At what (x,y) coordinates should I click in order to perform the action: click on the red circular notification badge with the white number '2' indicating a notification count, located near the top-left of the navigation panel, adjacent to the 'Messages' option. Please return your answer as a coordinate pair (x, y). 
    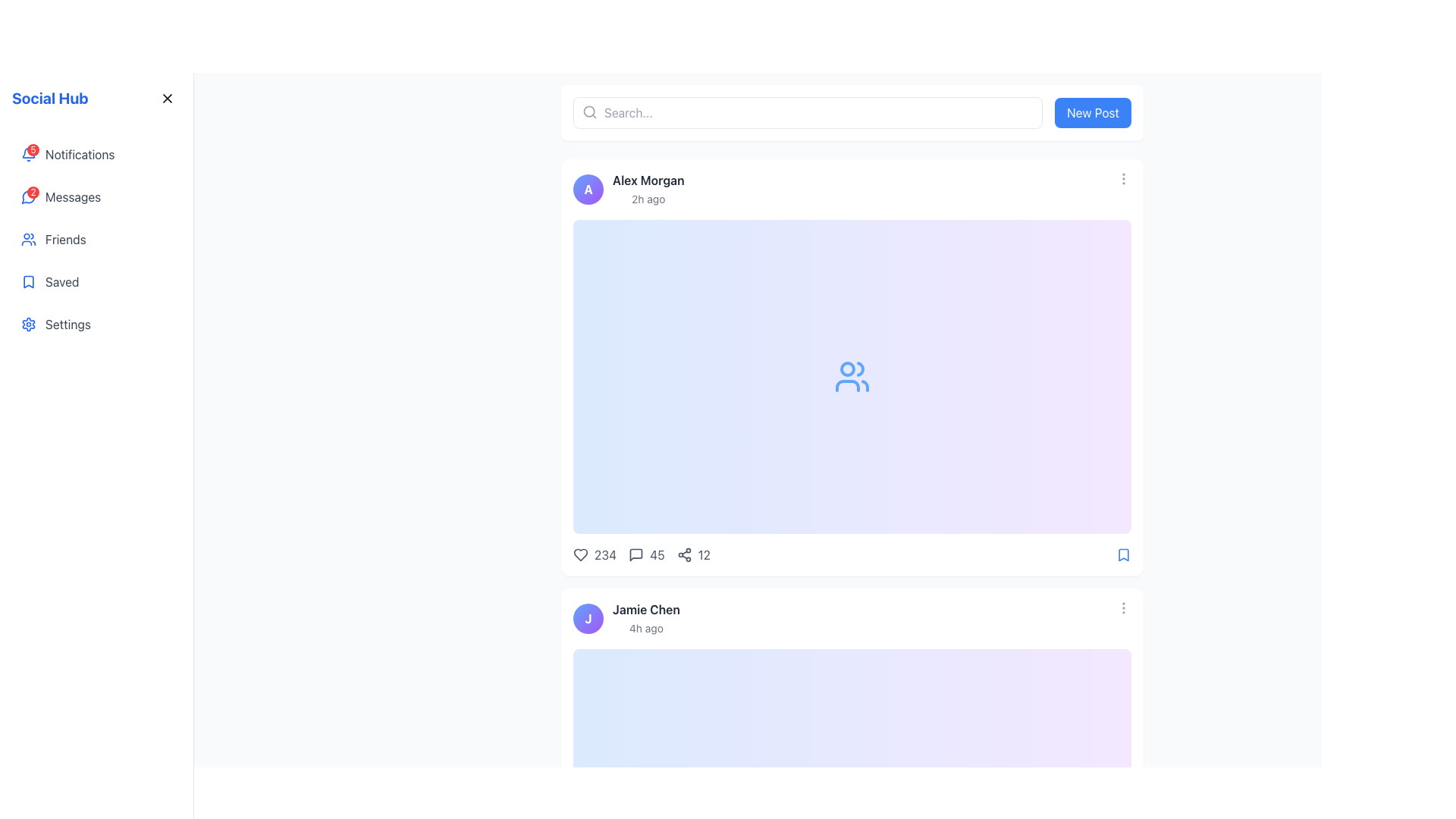
    Looking at the image, I should click on (29, 196).